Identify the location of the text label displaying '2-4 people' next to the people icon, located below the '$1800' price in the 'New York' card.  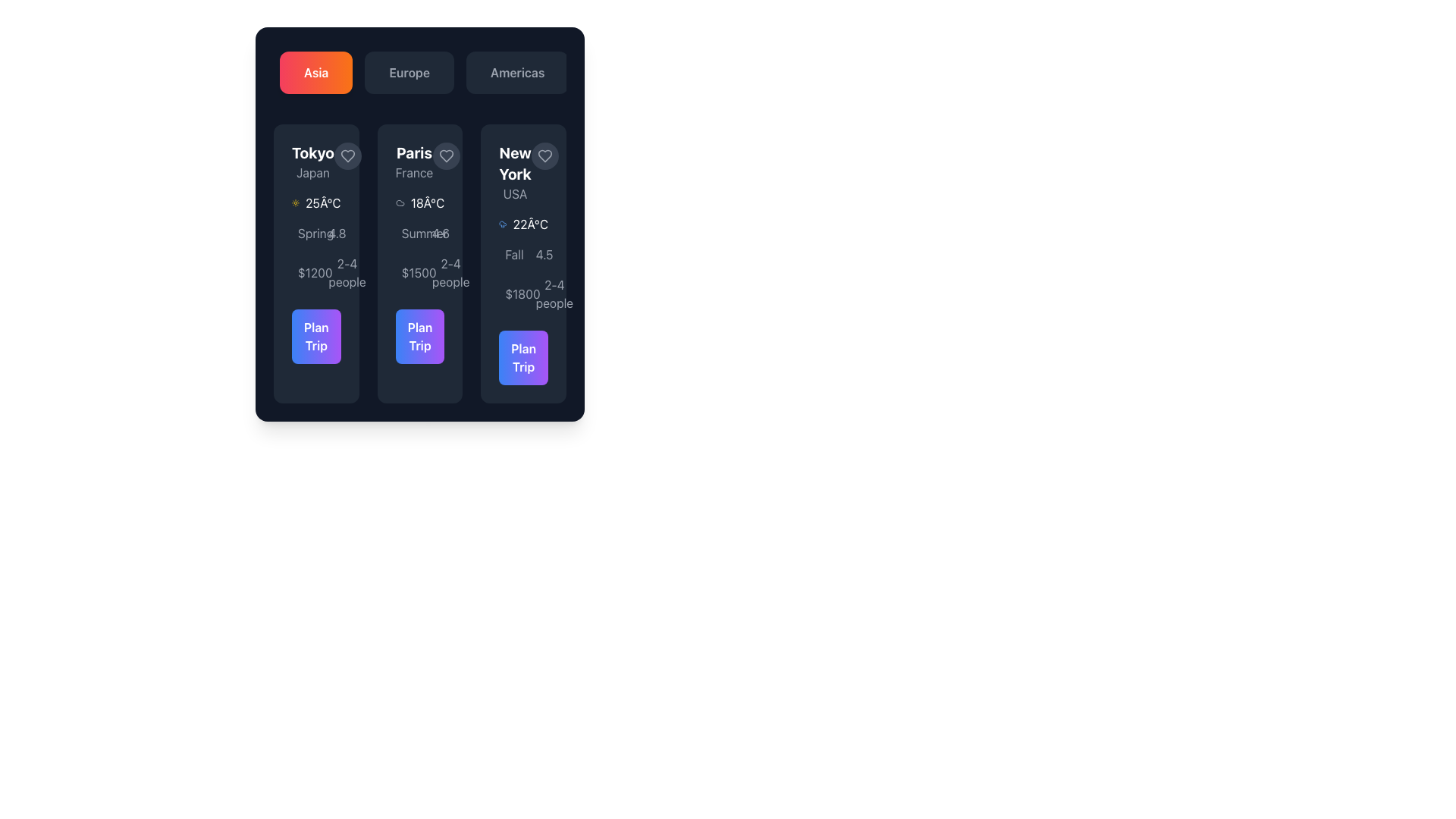
(538, 294).